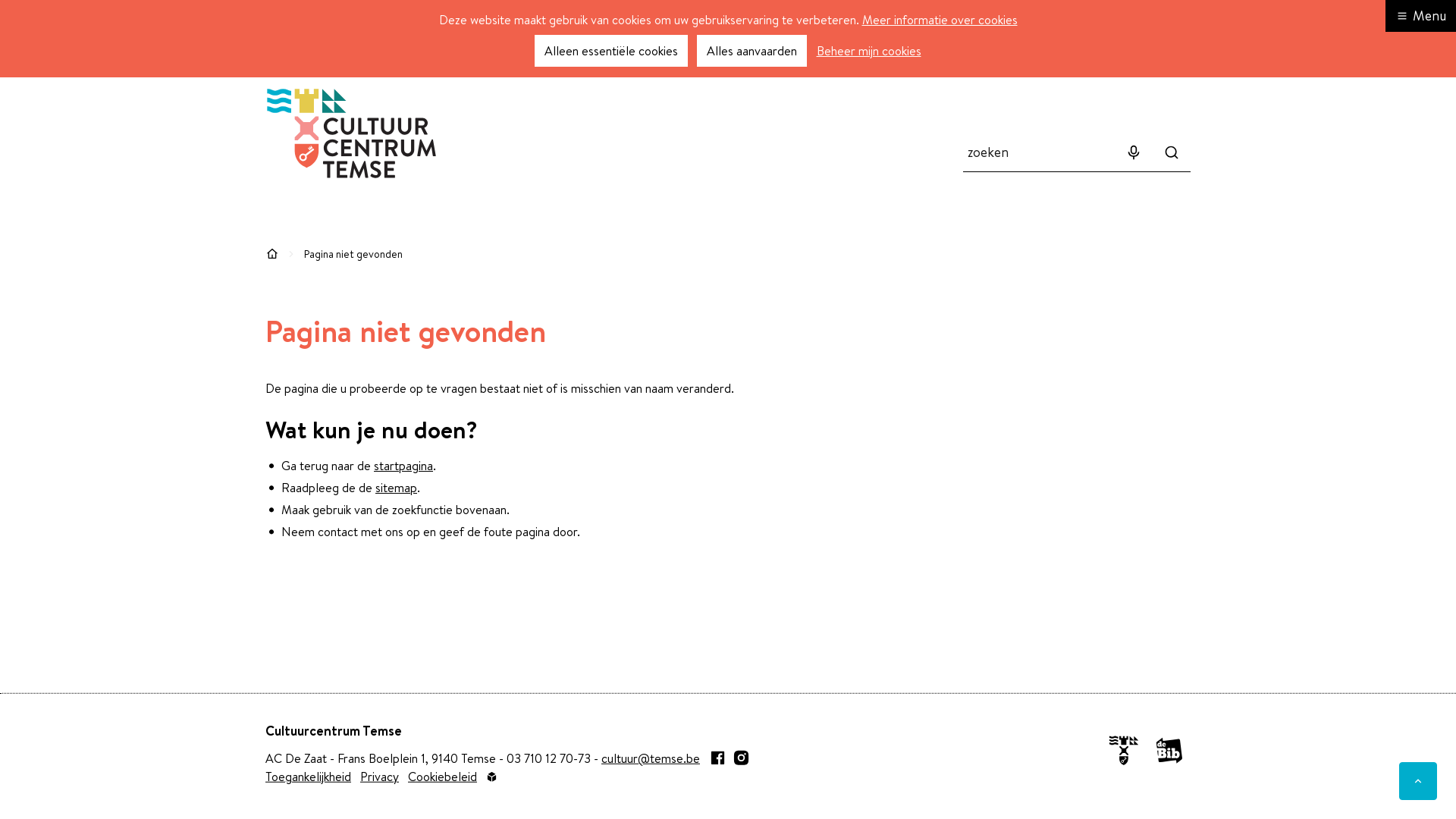 The width and height of the screenshot is (1456, 819). I want to click on 'Facebook', so click(717, 758).